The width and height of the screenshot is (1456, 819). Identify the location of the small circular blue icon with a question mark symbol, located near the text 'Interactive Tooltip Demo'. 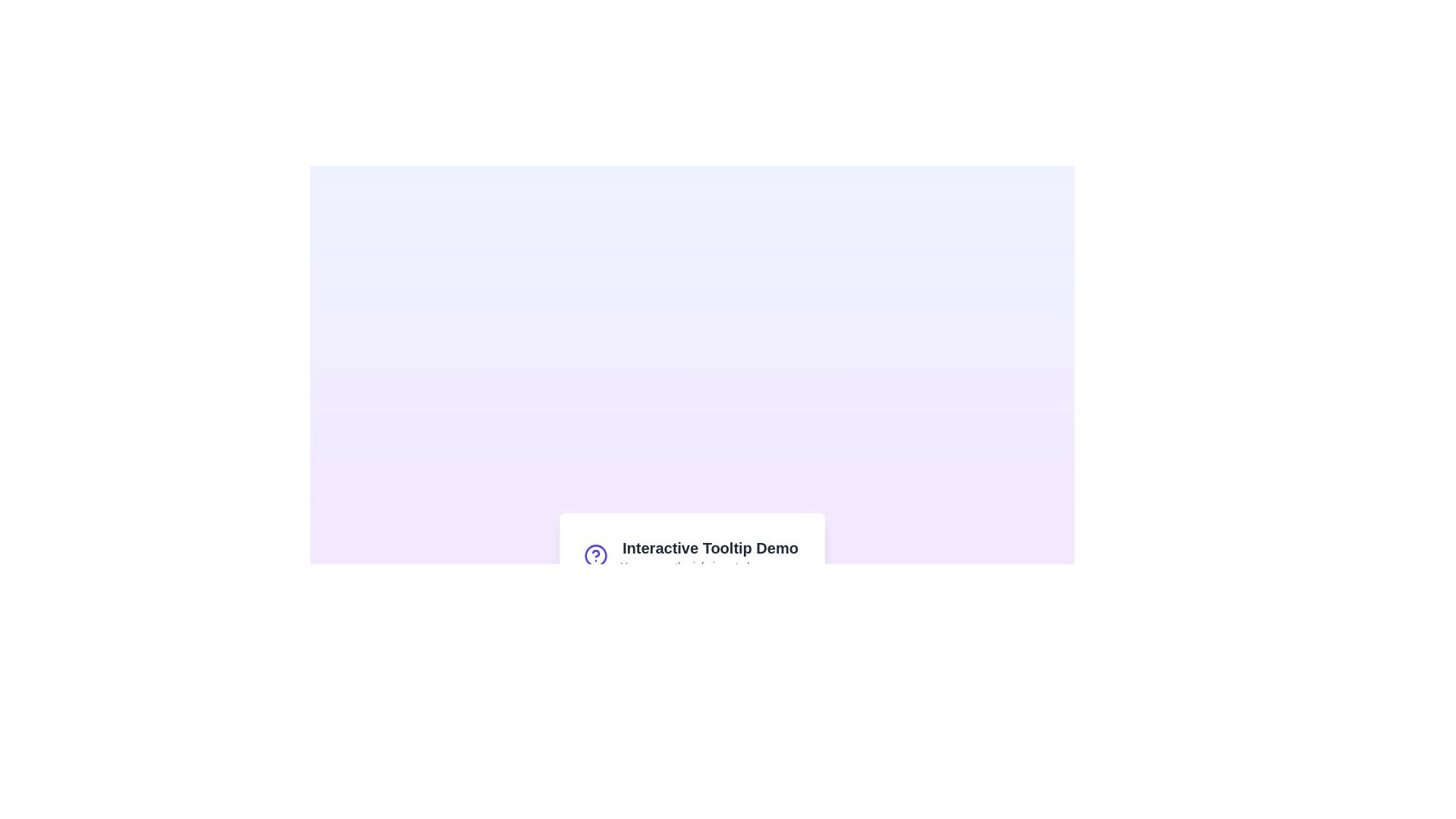
(595, 555).